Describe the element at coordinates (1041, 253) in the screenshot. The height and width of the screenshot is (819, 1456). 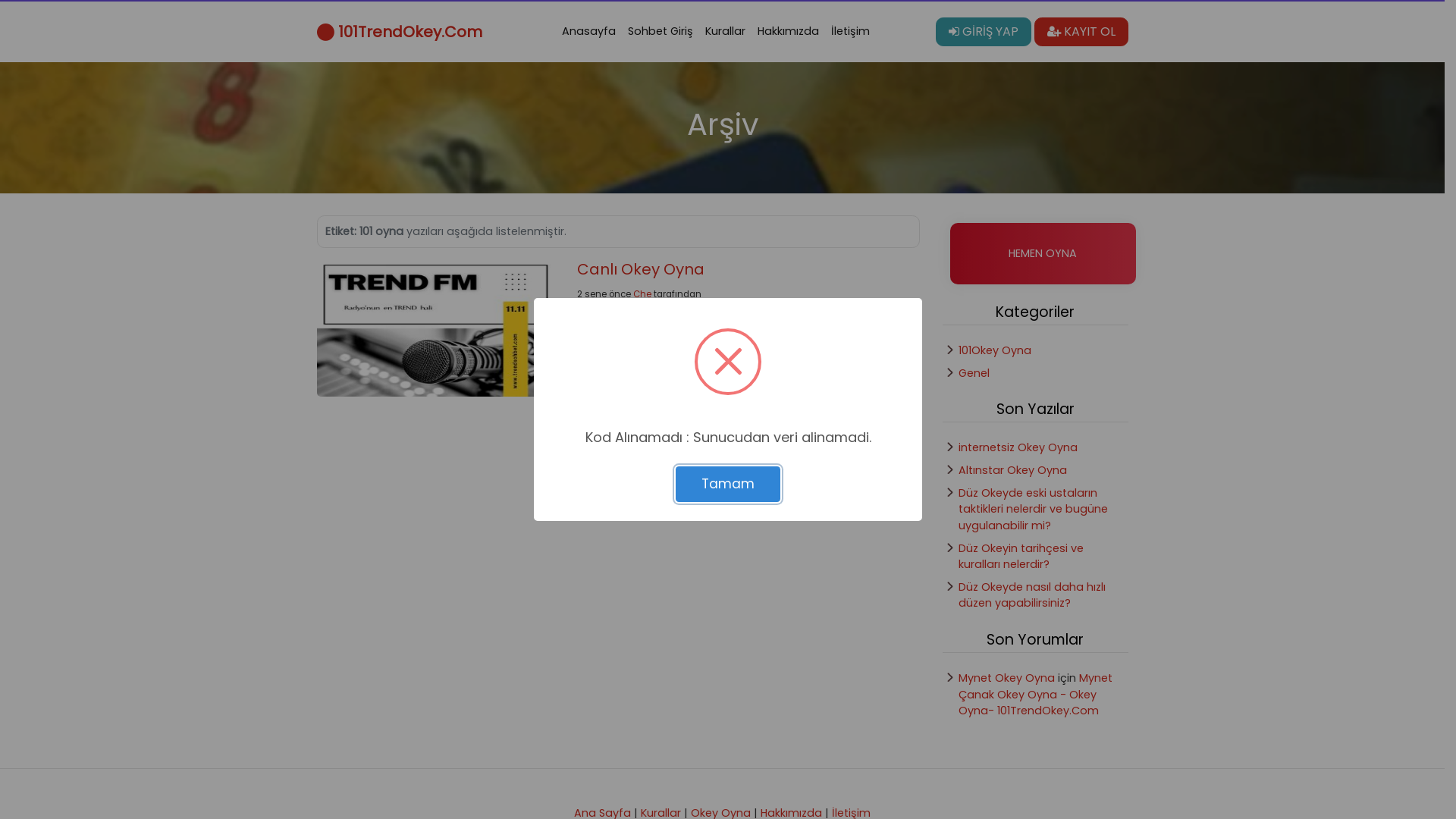
I see `'HEMEN OYNA'` at that location.